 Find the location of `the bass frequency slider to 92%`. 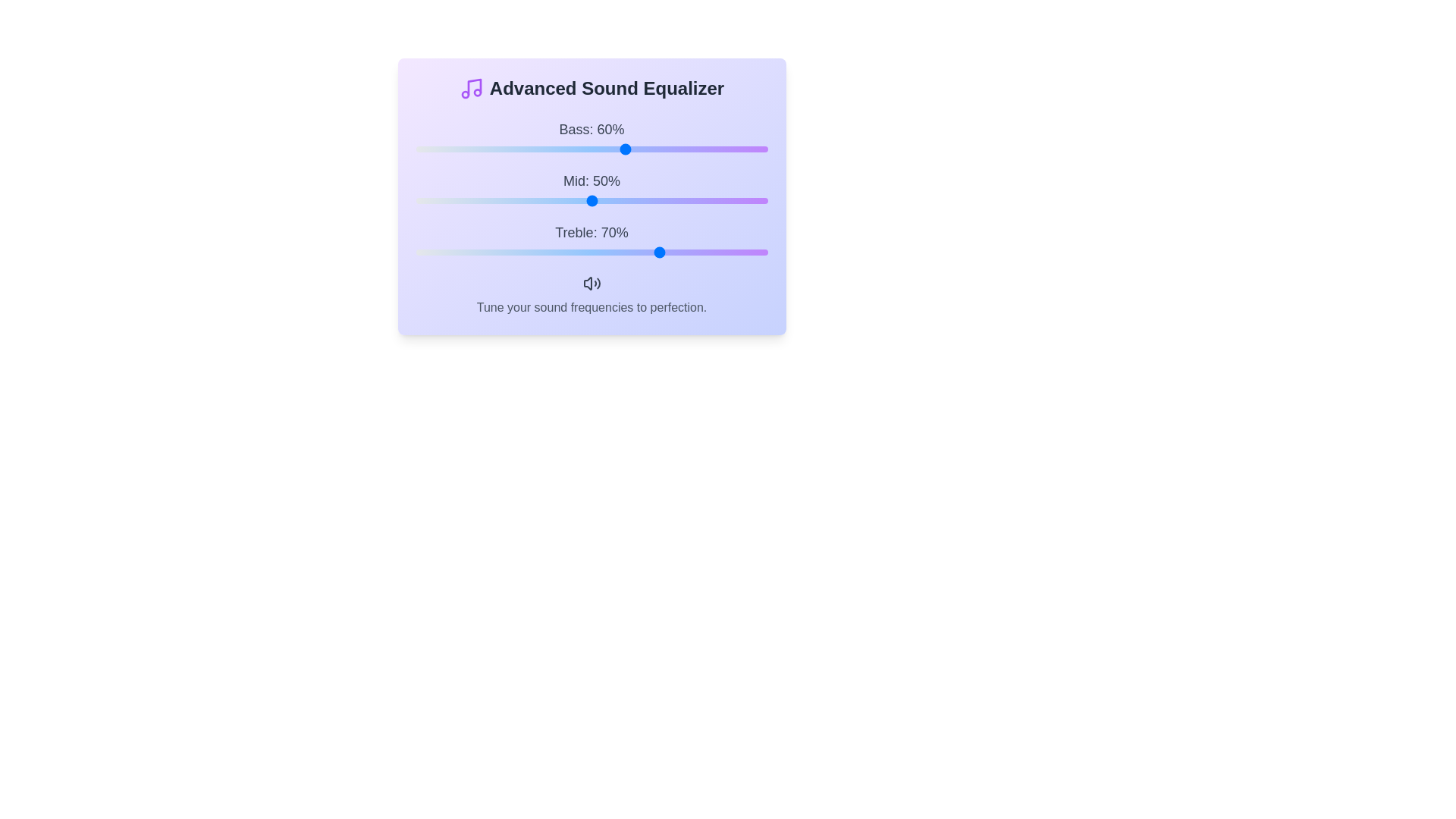

the bass frequency slider to 92% is located at coordinates (739, 149).